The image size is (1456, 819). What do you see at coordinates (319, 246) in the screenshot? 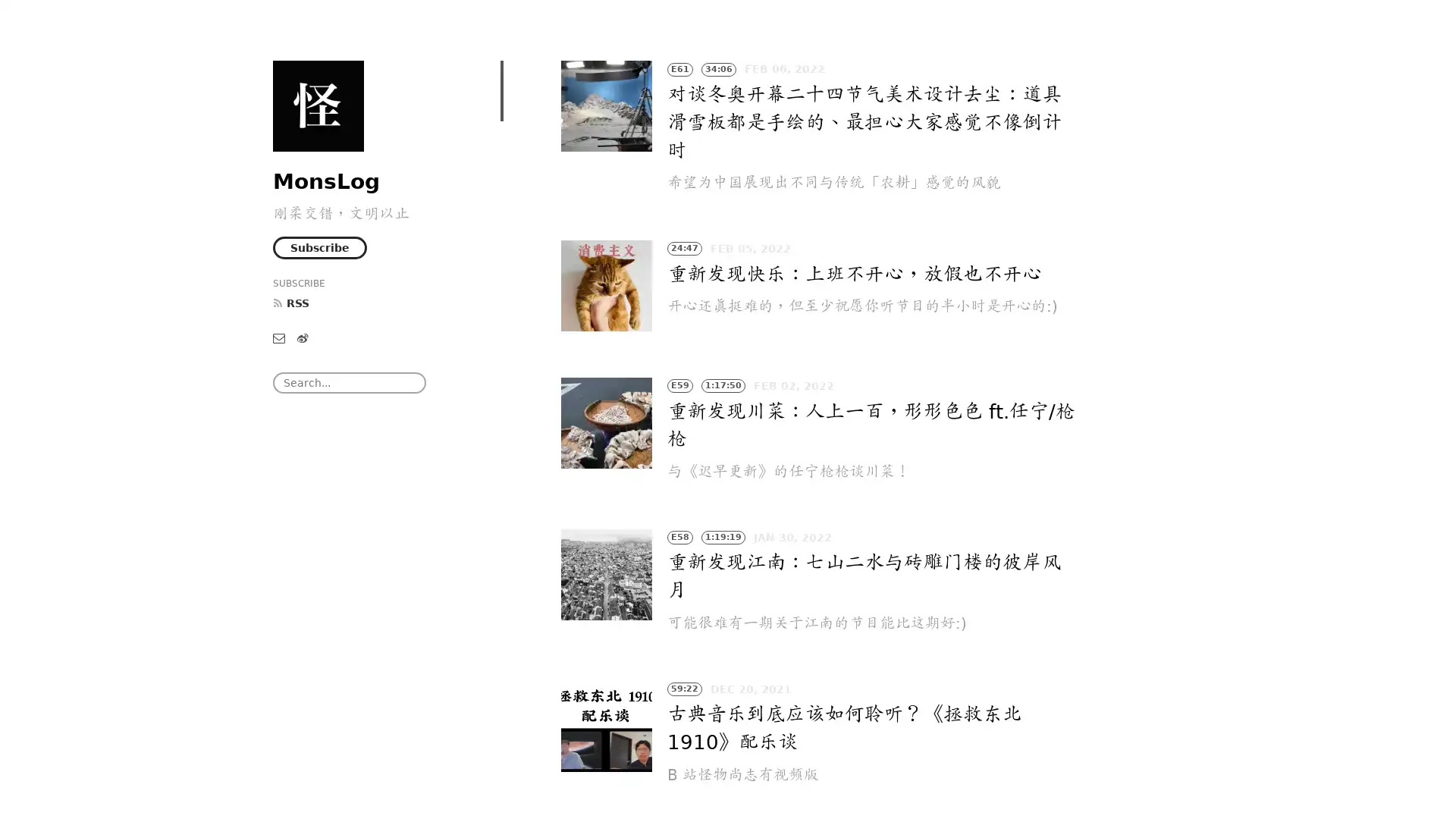
I see `Subscribe` at bounding box center [319, 246].